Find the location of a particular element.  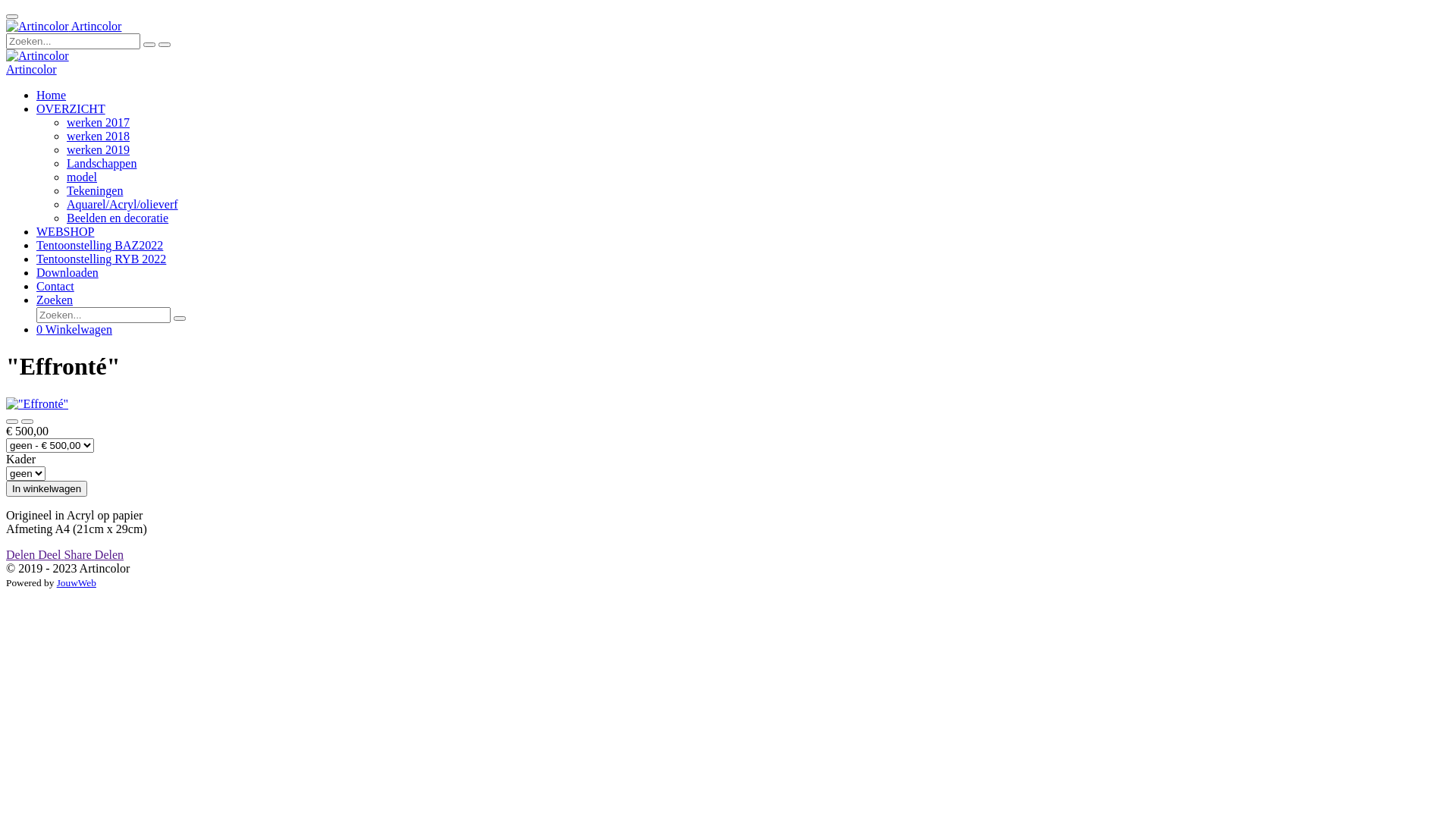

'Delen' is located at coordinates (108, 554).